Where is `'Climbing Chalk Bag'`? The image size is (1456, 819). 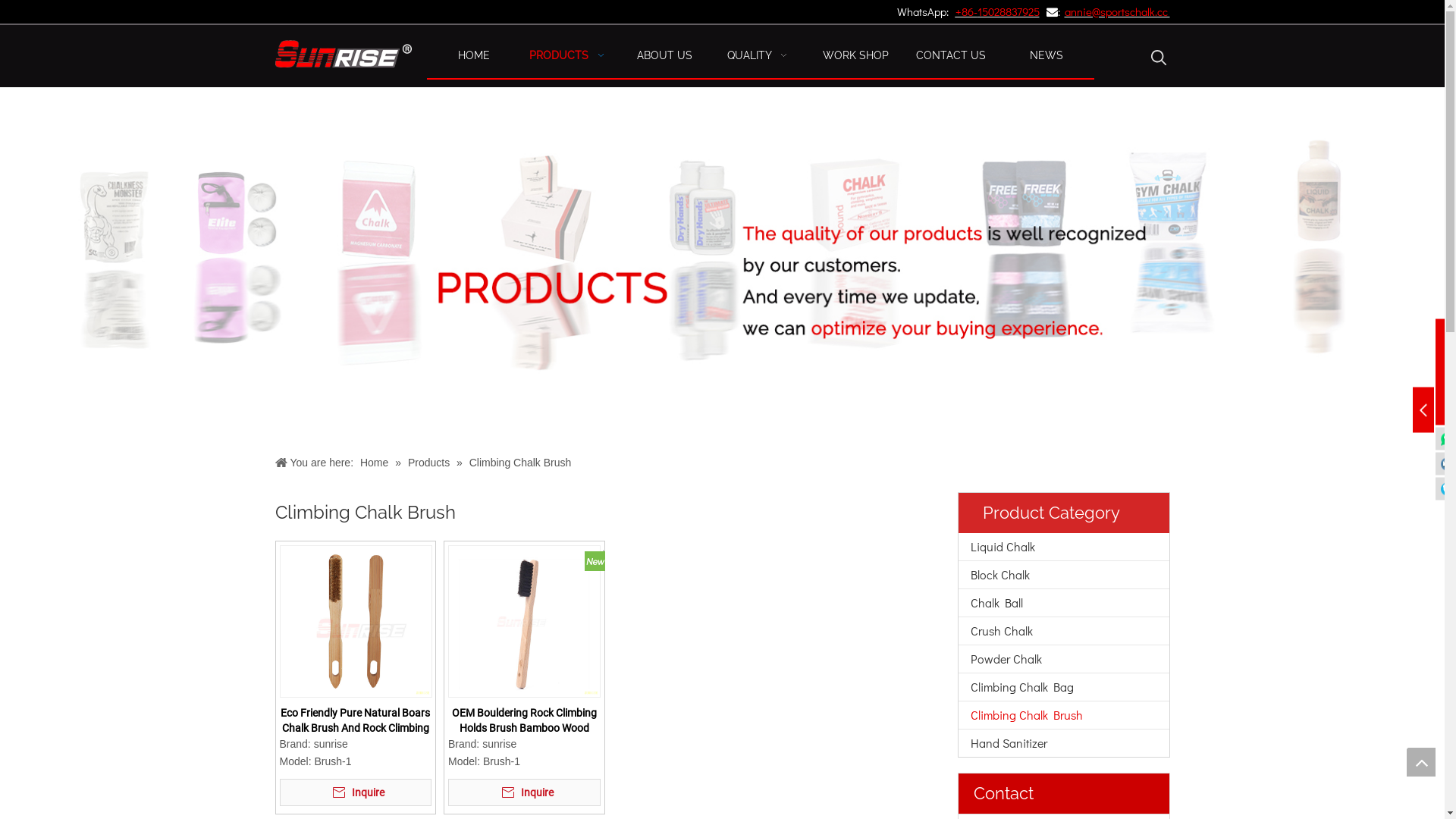 'Climbing Chalk Bag' is located at coordinates (957, 687).